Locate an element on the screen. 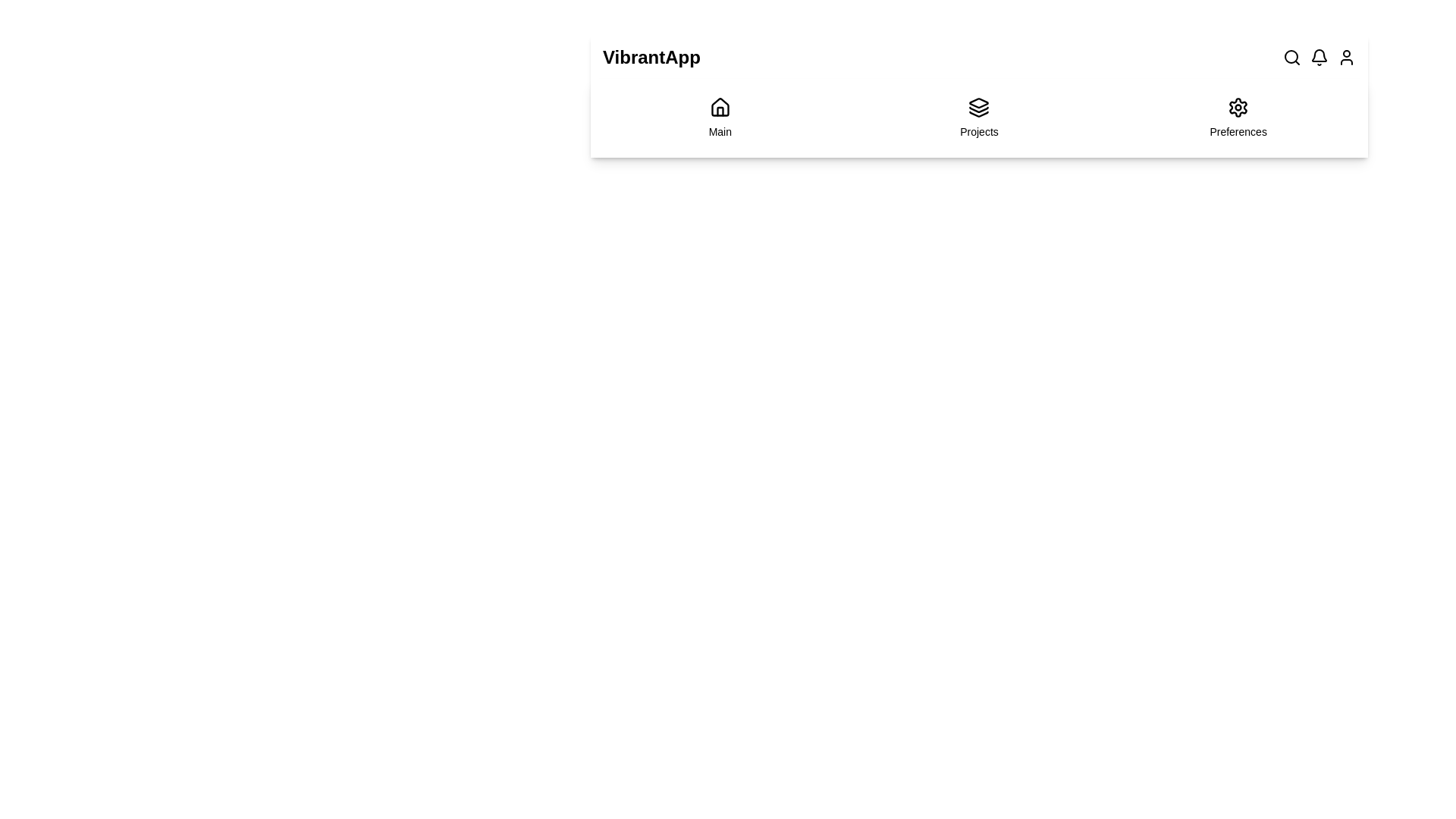 The height and width of the screenshot is (819, 1456). the navigation item labeled Preferences is located at coordinates (1238, 117).